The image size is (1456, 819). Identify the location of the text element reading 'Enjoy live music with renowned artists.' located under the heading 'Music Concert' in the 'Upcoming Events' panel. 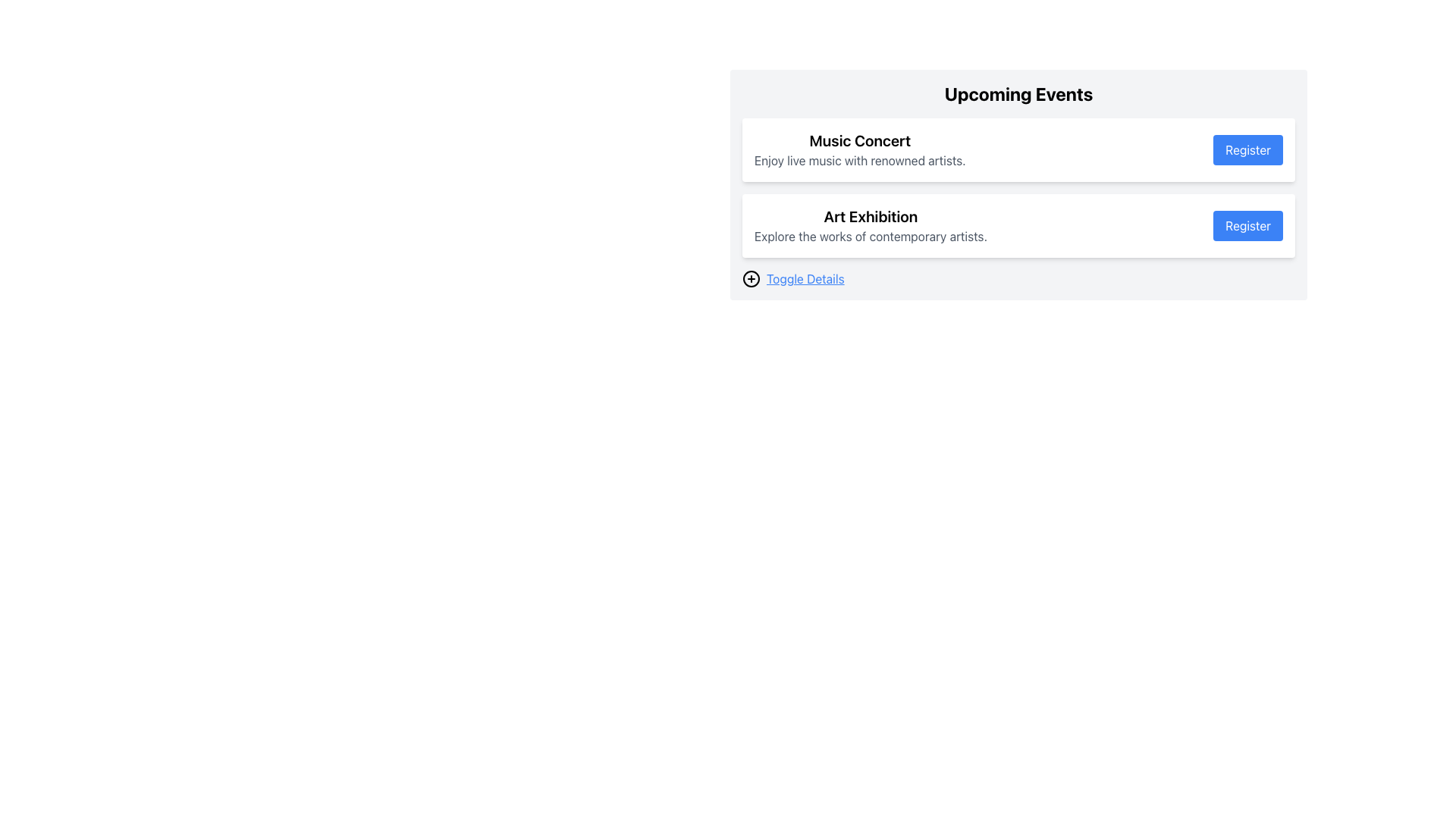
(860, 161).